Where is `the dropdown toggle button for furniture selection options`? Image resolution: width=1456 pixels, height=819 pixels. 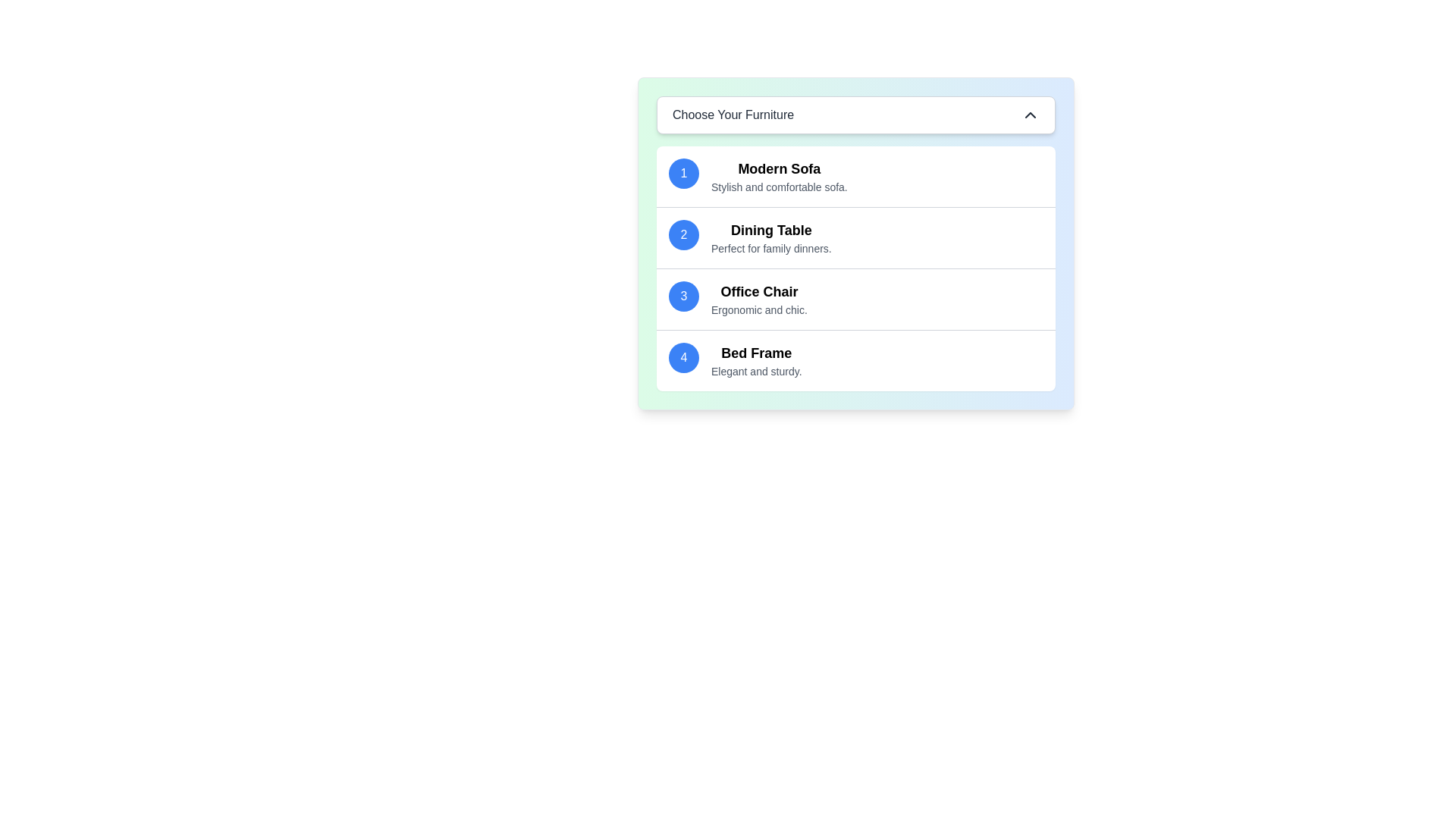 the dropdown toggle button for furniture selection options is located at coordinates (855, 114).